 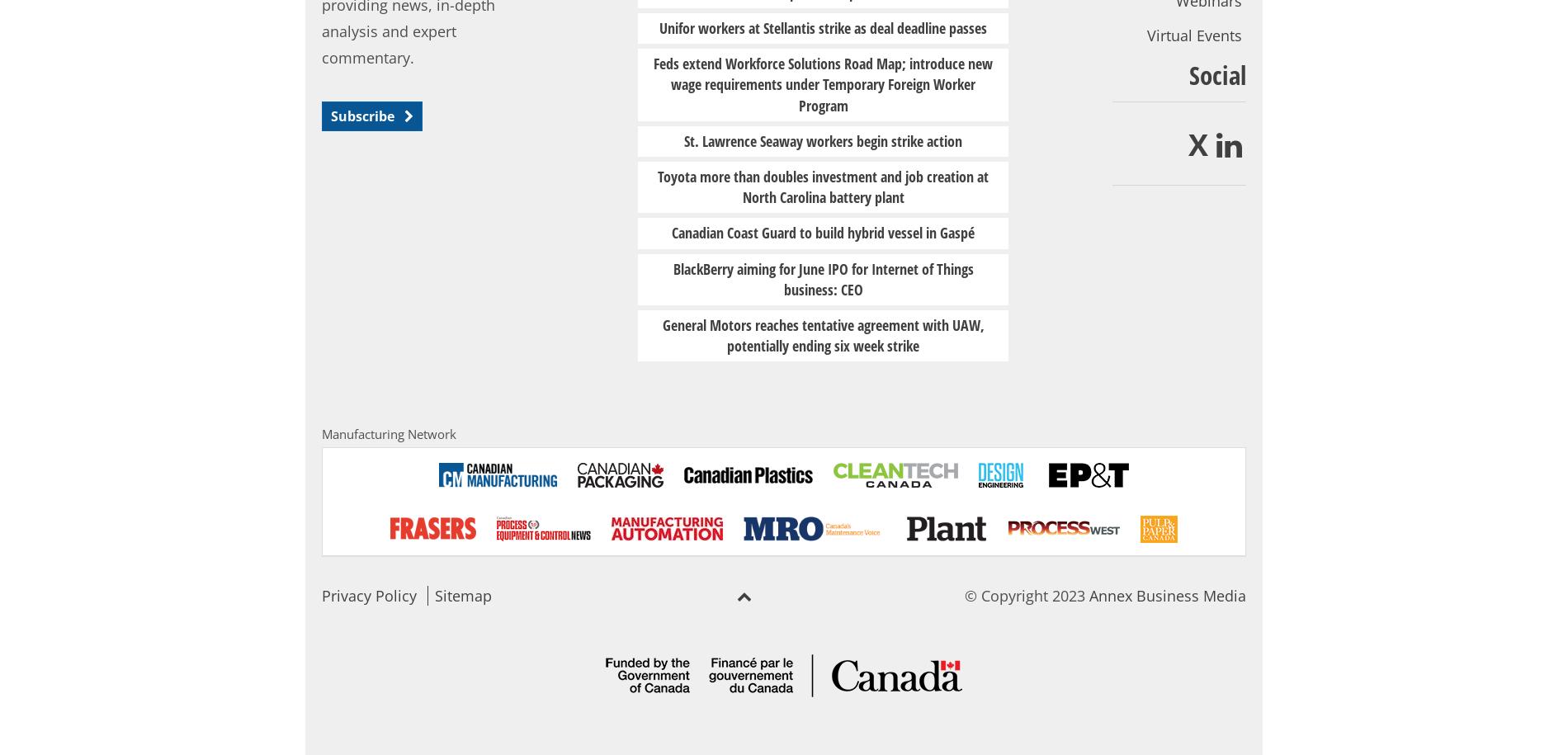 I want to click on 'Sitemap', so click(x=463, y=595).